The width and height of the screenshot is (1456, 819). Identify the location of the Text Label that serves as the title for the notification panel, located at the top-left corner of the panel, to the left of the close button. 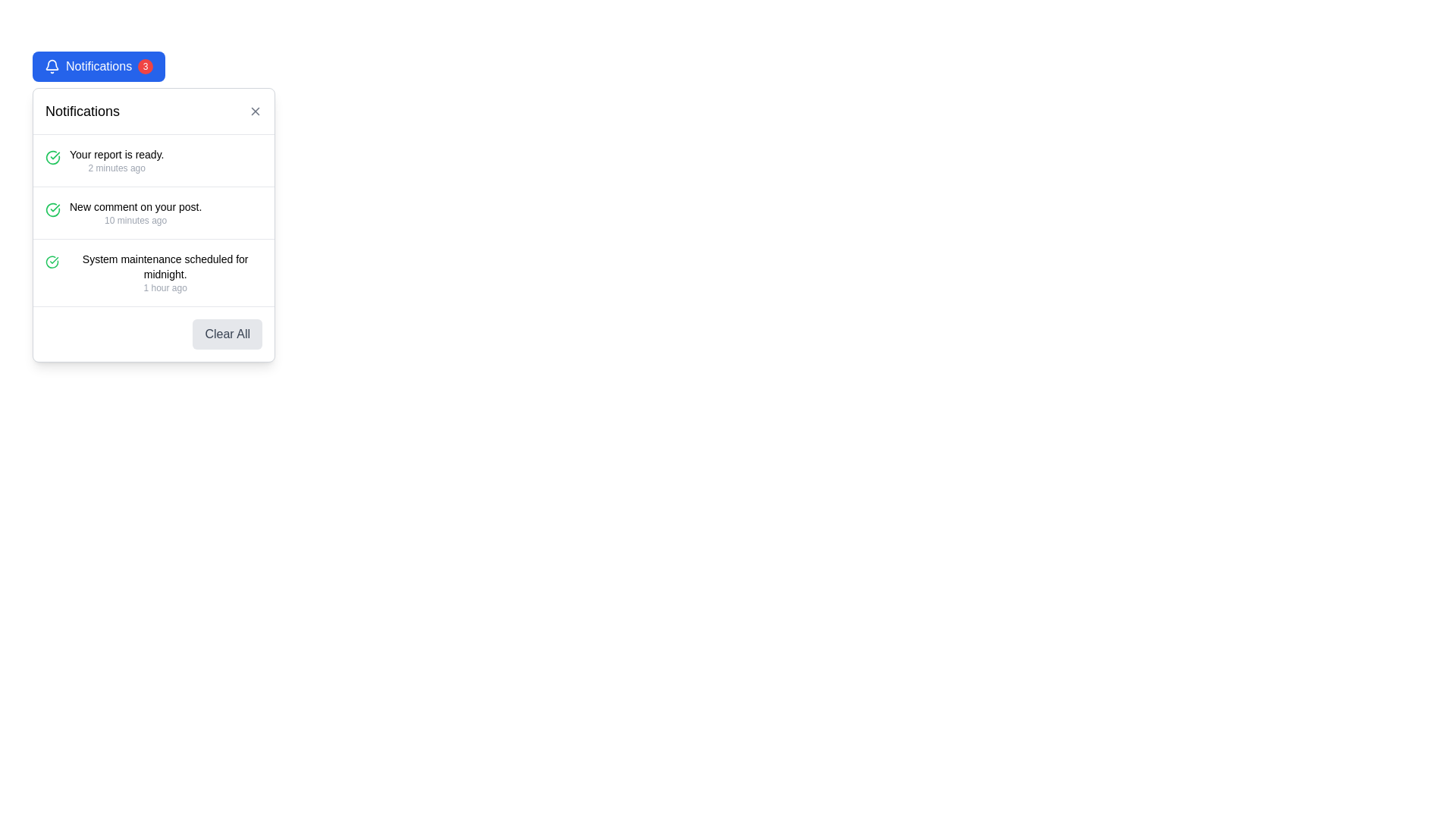
(82, 110).